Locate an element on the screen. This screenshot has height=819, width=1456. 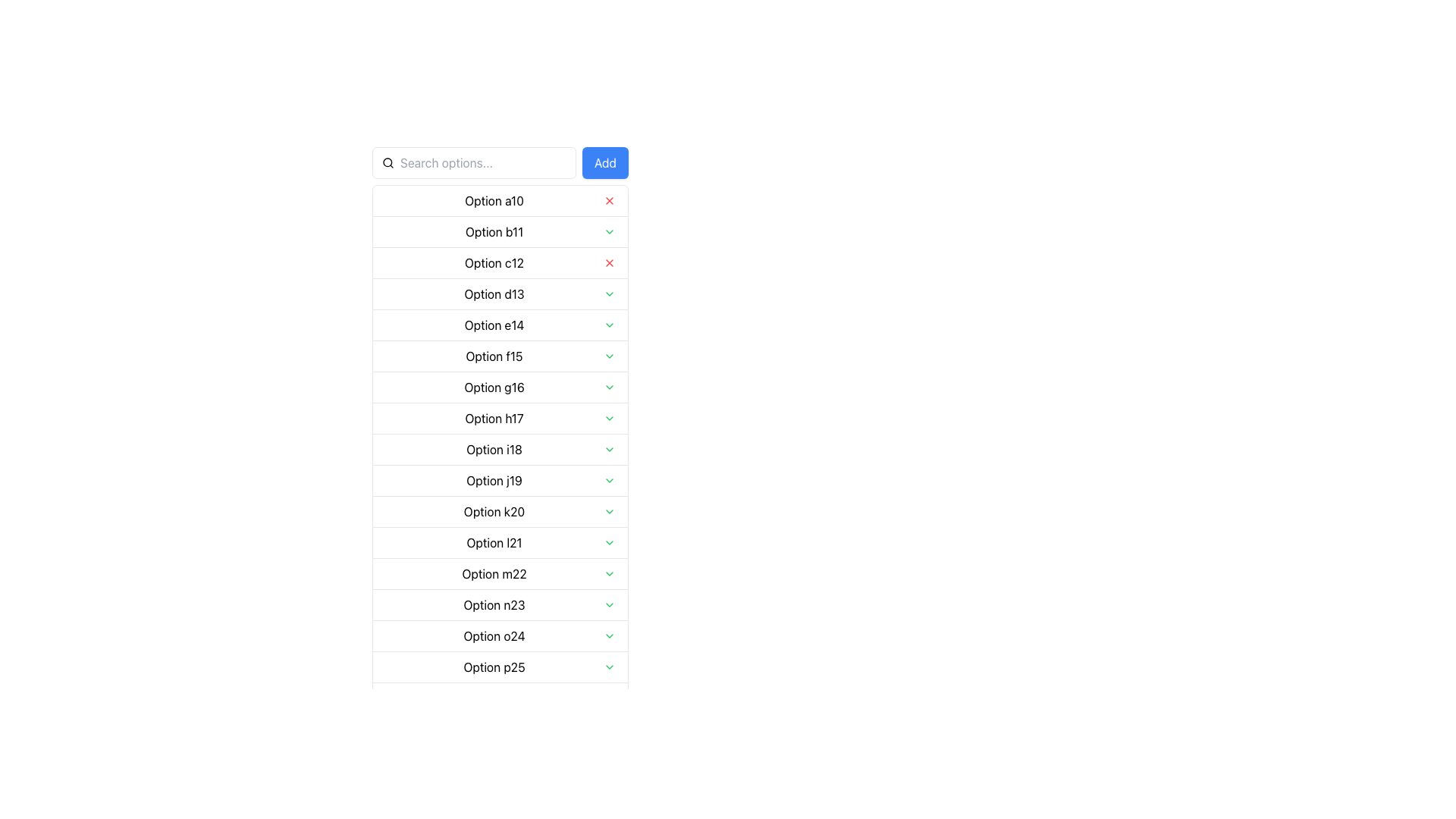
the List Item containing the text 'Option o24' with a green downward-facing chevron icon is located at coordinates (500, 635).